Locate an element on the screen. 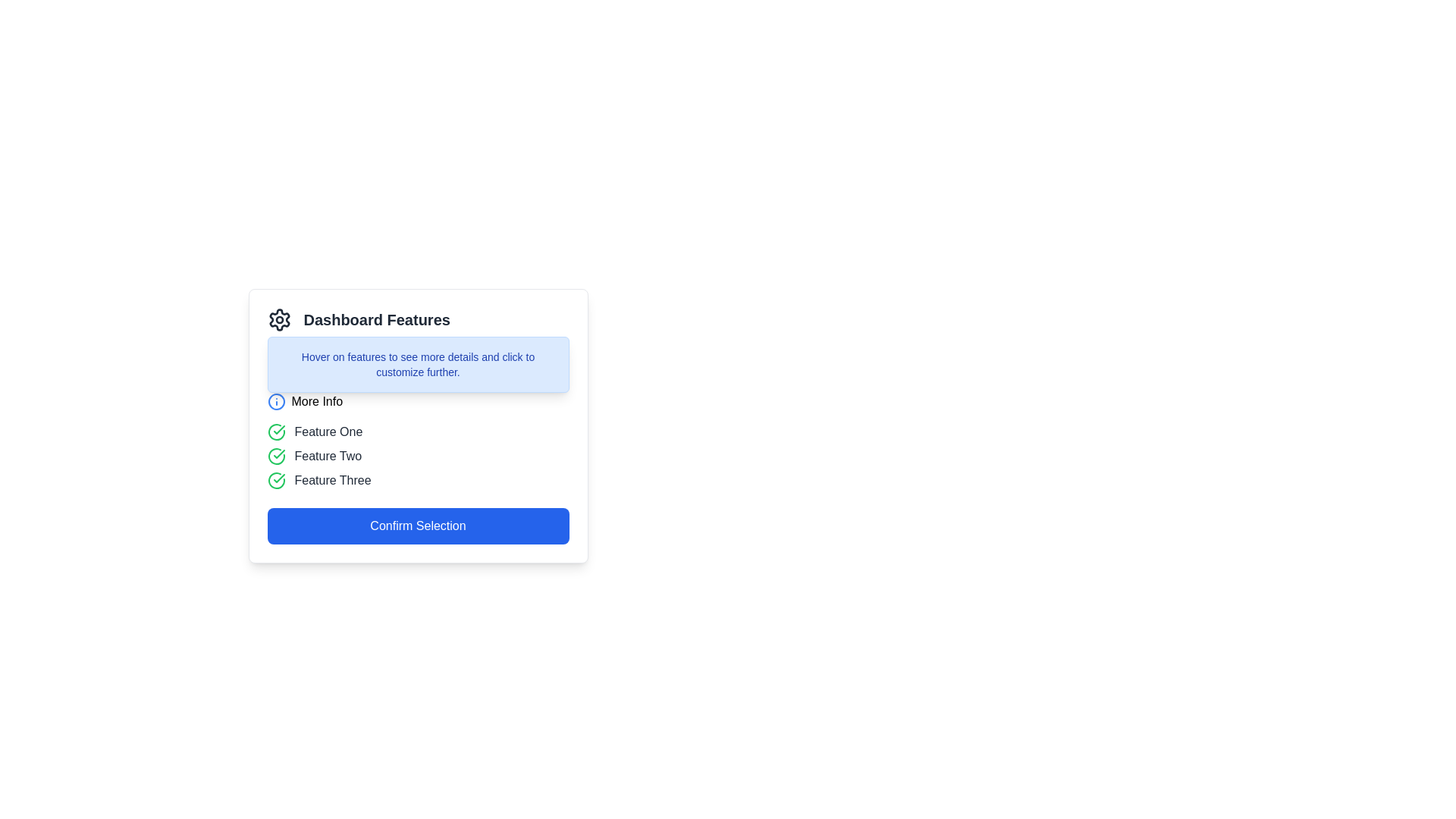  the paragraph of text styled with a smaller font size and gray color, located below the header titled 'Dashboard Features' is located at coordinates (418, 359).